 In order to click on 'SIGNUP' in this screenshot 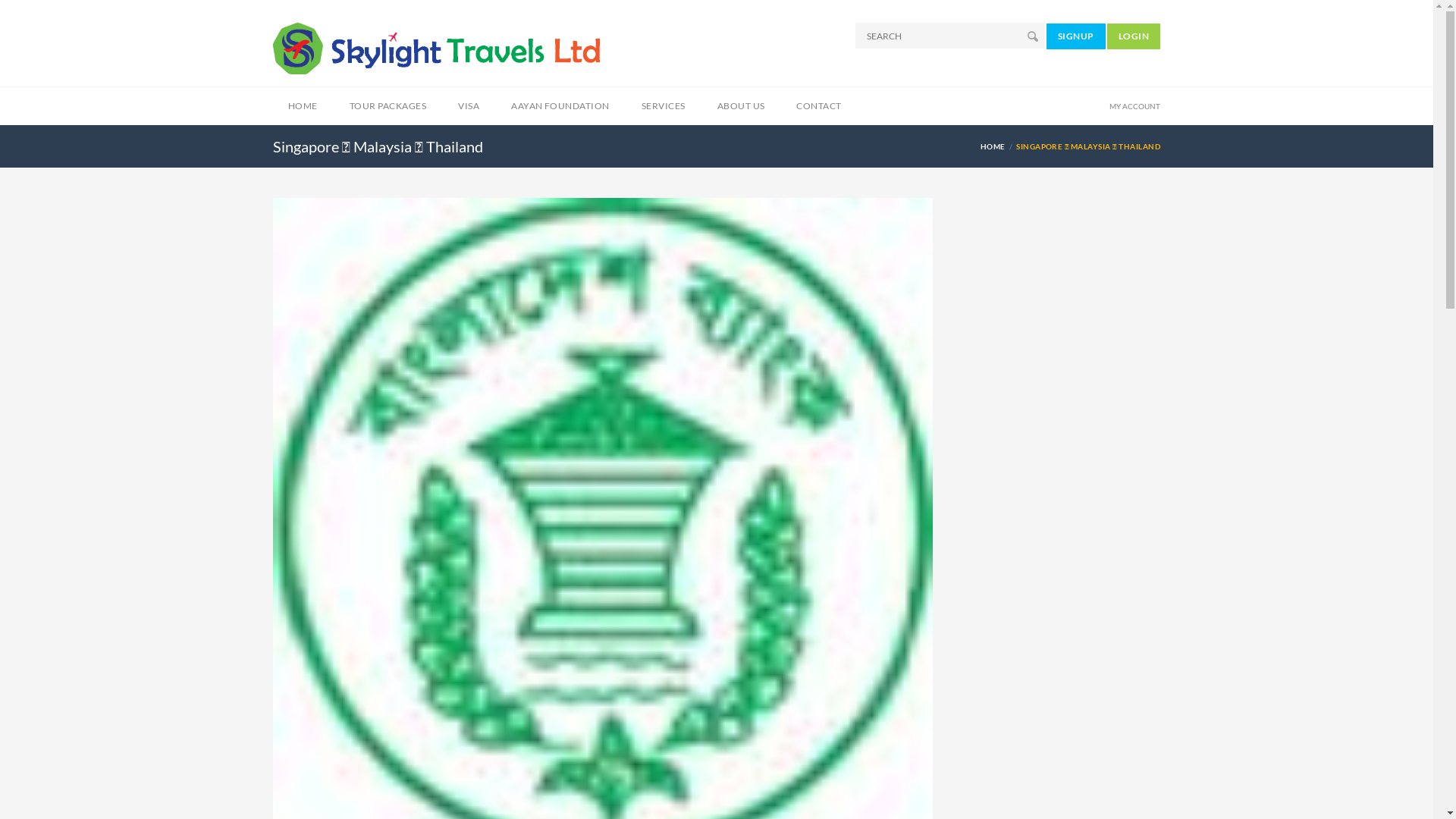, I will do `click(1075, 34)`.